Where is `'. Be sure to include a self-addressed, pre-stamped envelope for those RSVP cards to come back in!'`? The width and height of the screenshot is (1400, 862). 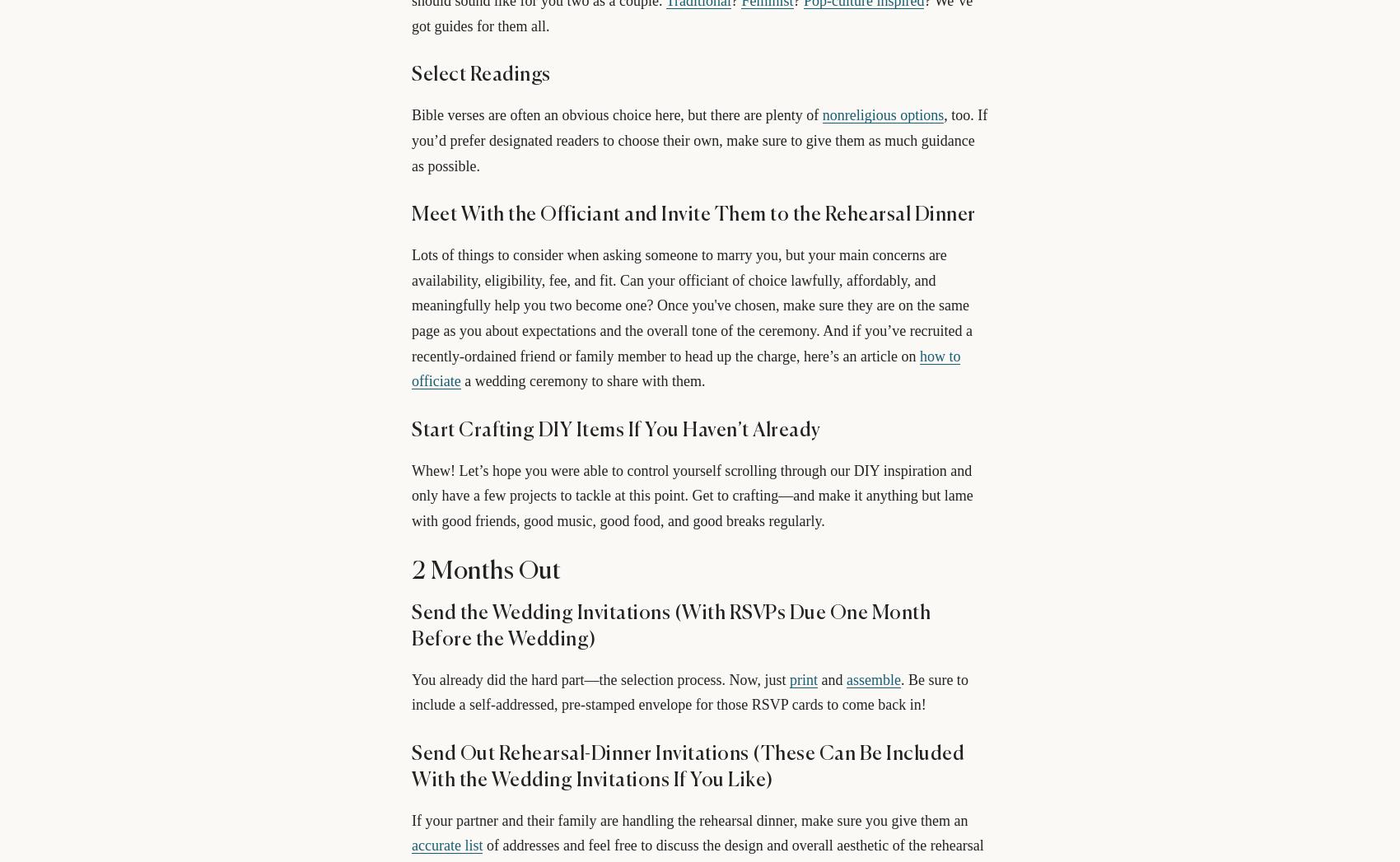
'. Be sure to include a self-addressed, pre-stamped envelope for those RSVP cards to come back in!' is located at coordinates (688, 692).